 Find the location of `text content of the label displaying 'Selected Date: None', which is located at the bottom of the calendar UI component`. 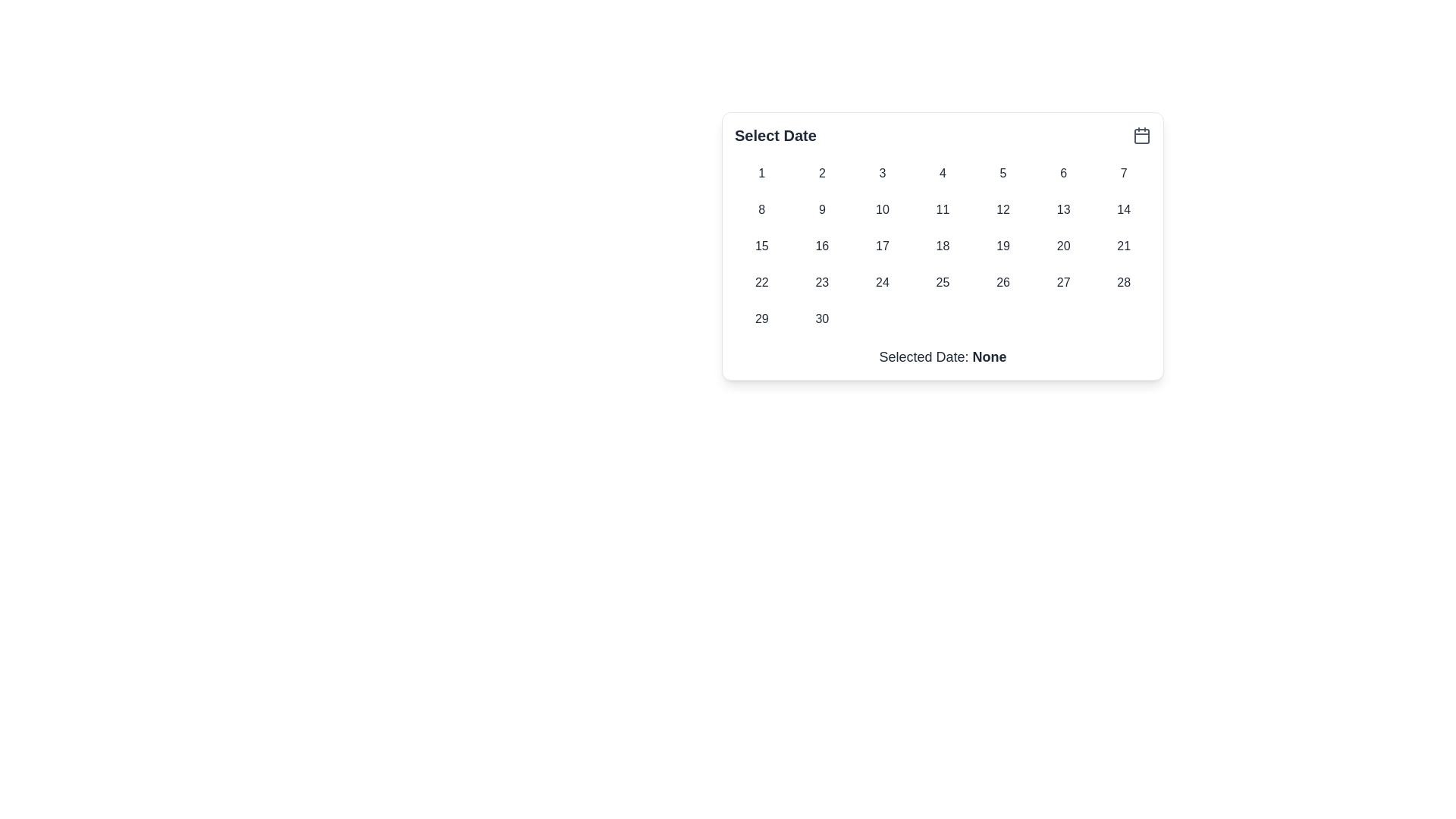

text content of the label displaying 'Selected Date: None', which is located at the bottom of the calendar UI component is located at coordinates (942, 356).